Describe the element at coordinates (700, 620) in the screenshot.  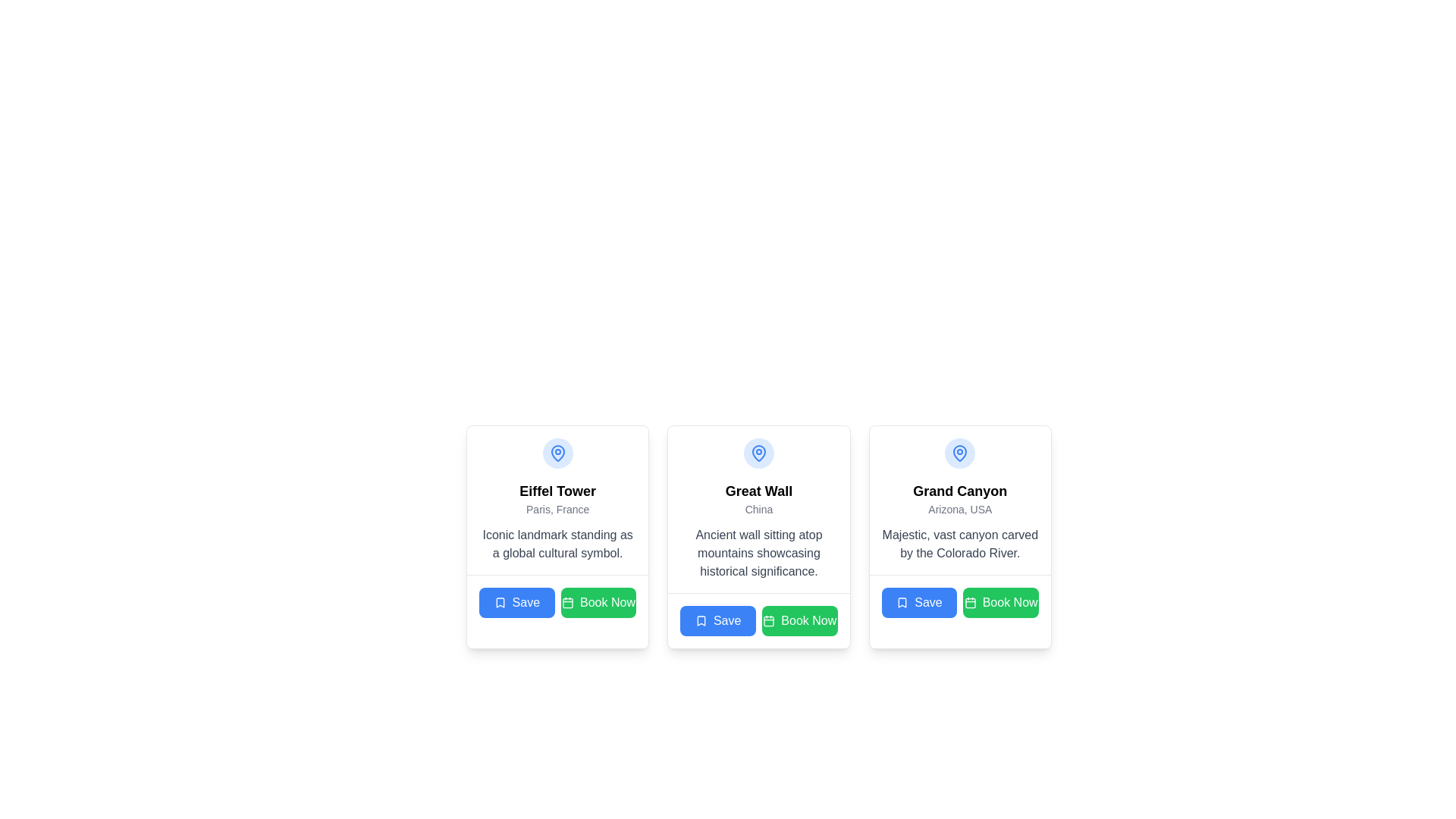
I see `the bookmark-shaped icon with a minimalist black outline located in the card titled 'Great Wall', positioned above the 'Save' button` at that location.